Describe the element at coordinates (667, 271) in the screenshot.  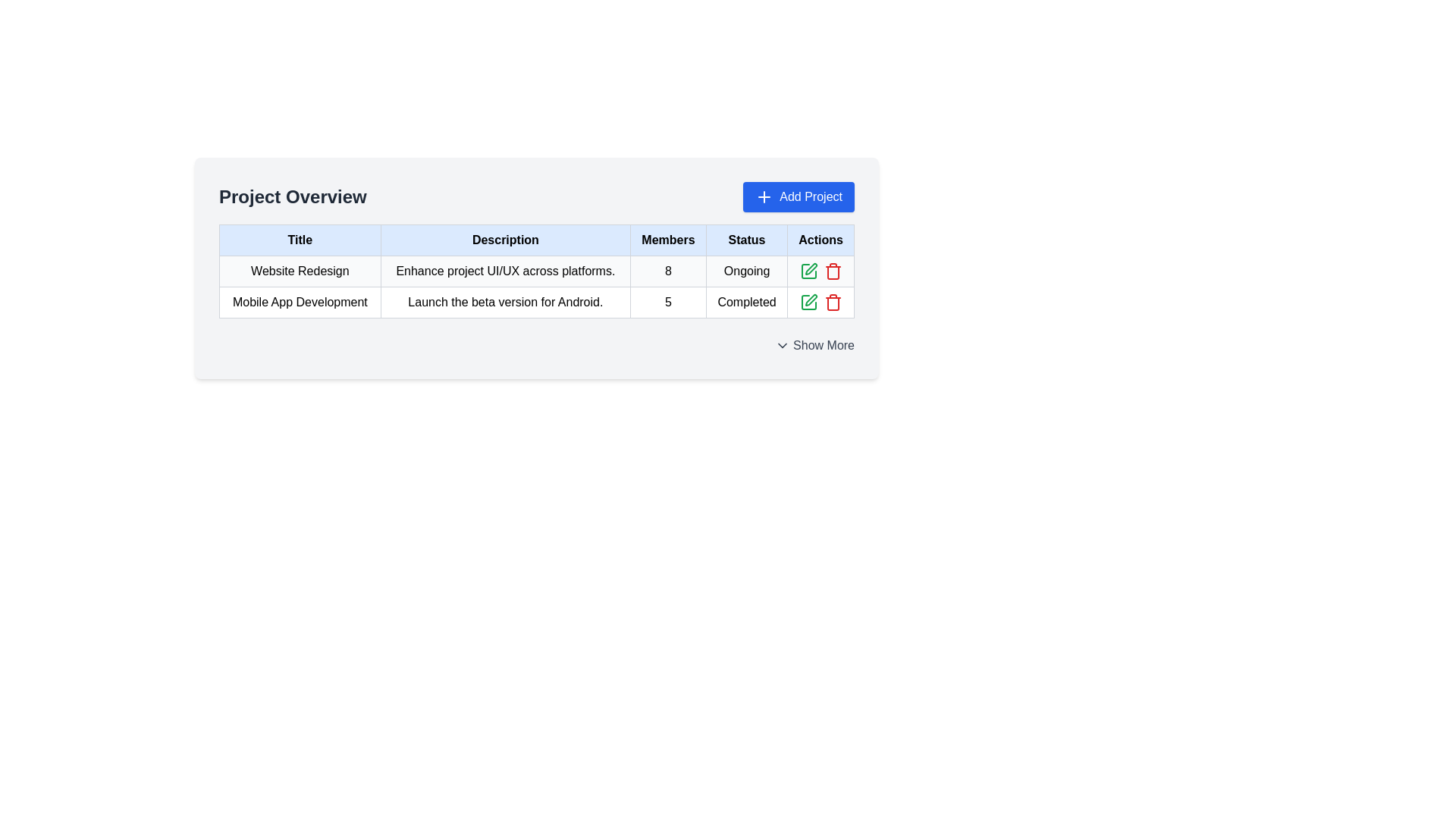
I see `the table cell containing the number '8'` at that location.